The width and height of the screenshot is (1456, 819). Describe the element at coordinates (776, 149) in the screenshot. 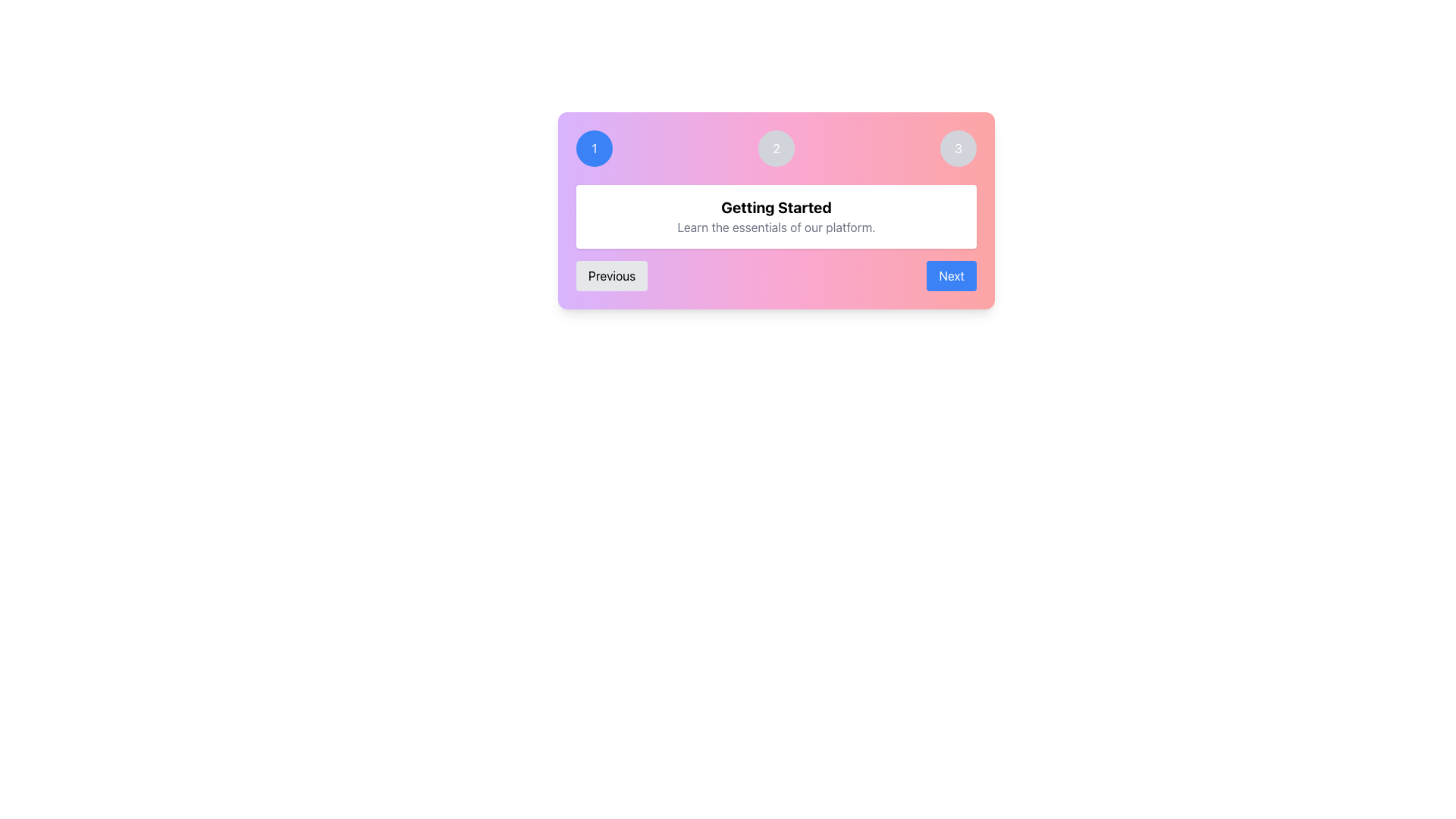

I see `the second step indicator in a three-step process, which is centrally located among its siblings labeled '1' and '3'` at that location.